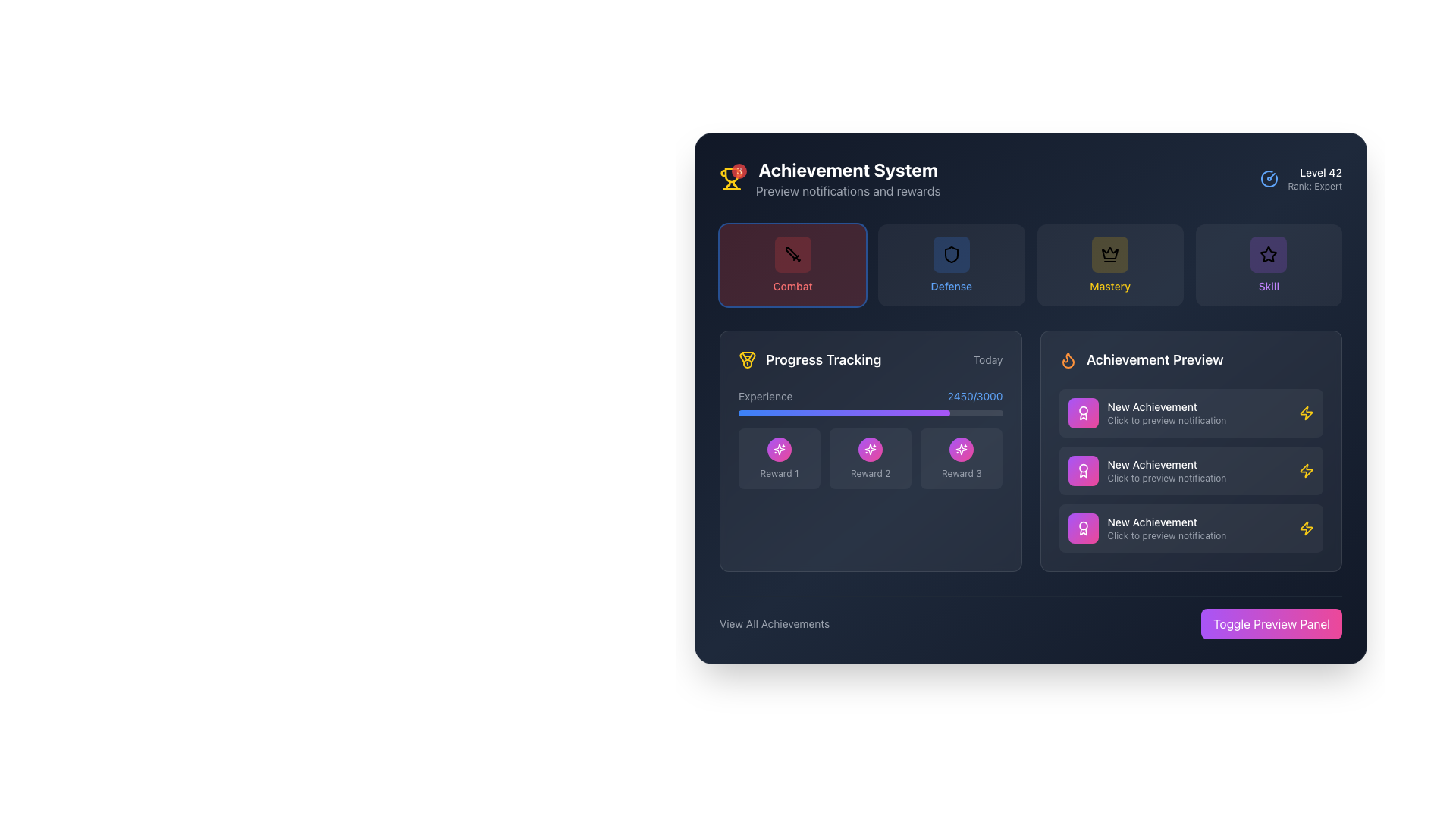 The height and width of the screenshot is (819, 1456). I want to click on the dark red button with a sword icon, so click(792, 253).